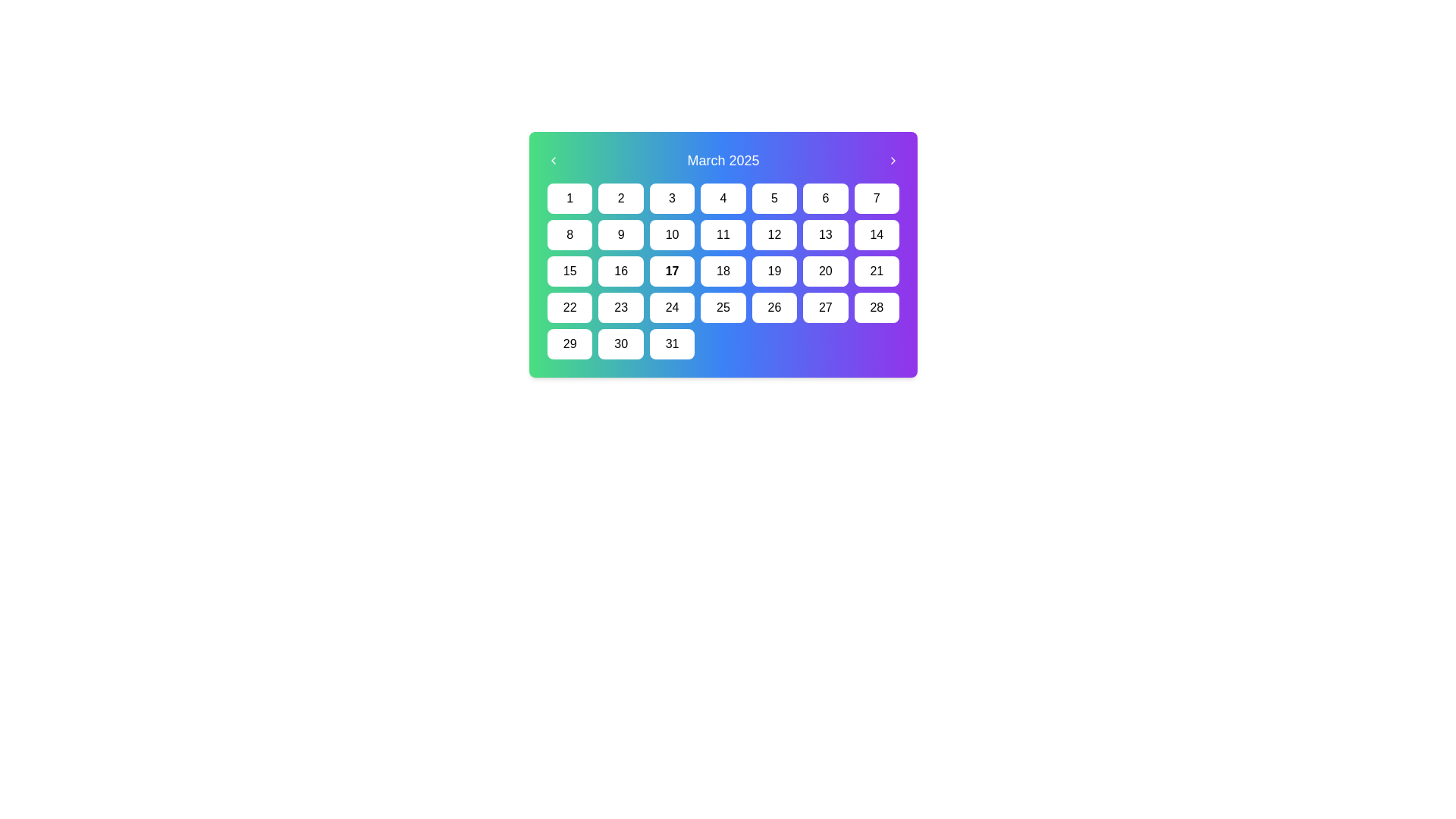 This screenshot has width=1456, height=819. I want to click on the Calendar Date Box representing the date '30', so click(621, 344).